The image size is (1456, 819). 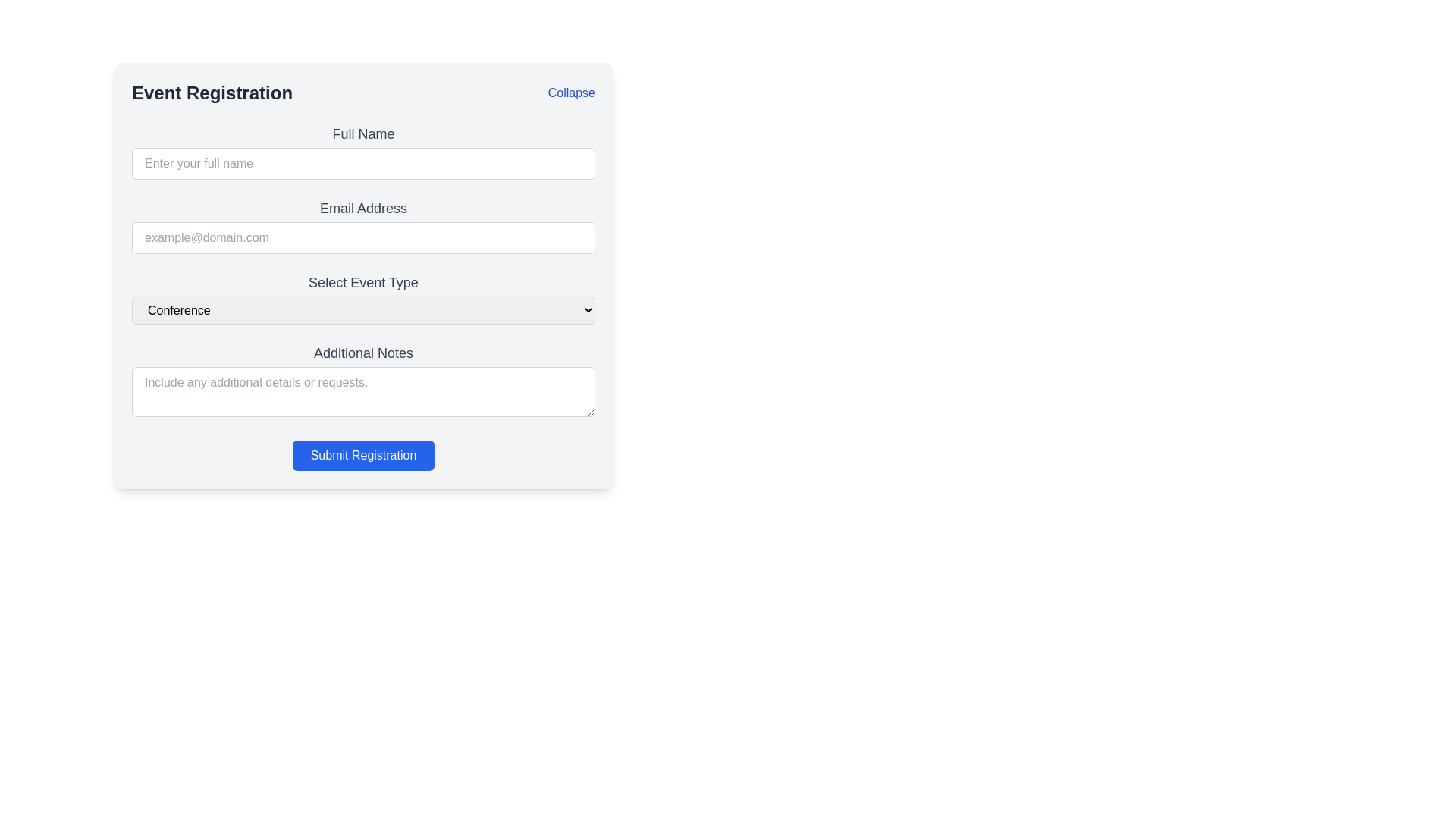 What do you see at coordinates (362, 208) in the screenshot?
I see `the label that provides the title for the 'Email Address' input field, which is positioned directly below the 'Full Name' field label and above the email input box` at bounding box center [362, 208].